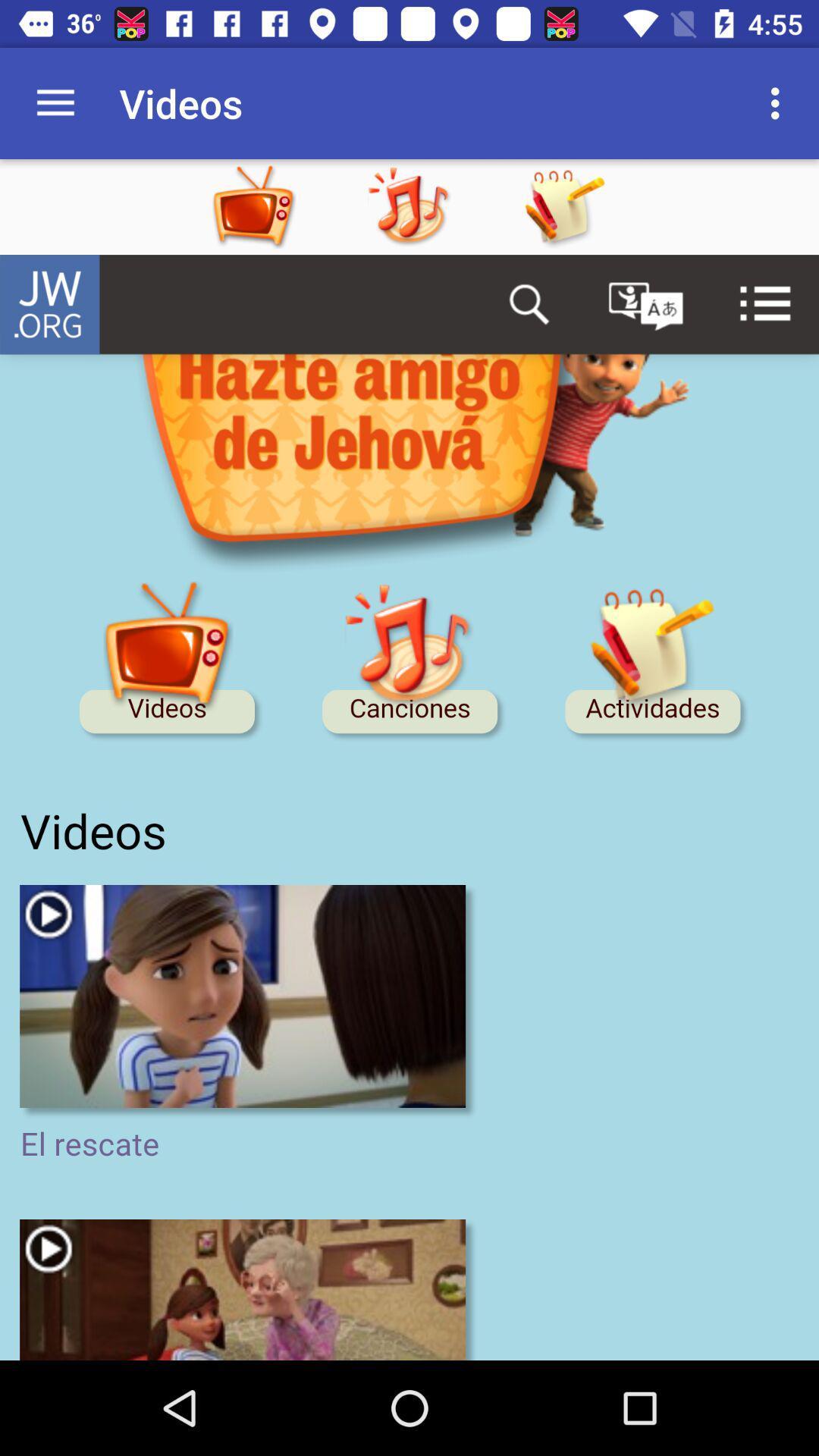 Image resolution: width=819 pixels, height=1456 pixels. What do you see at coordinates (564, 206) in the screenshot?
I see `actividades icon` at bounding box center [564, 206].